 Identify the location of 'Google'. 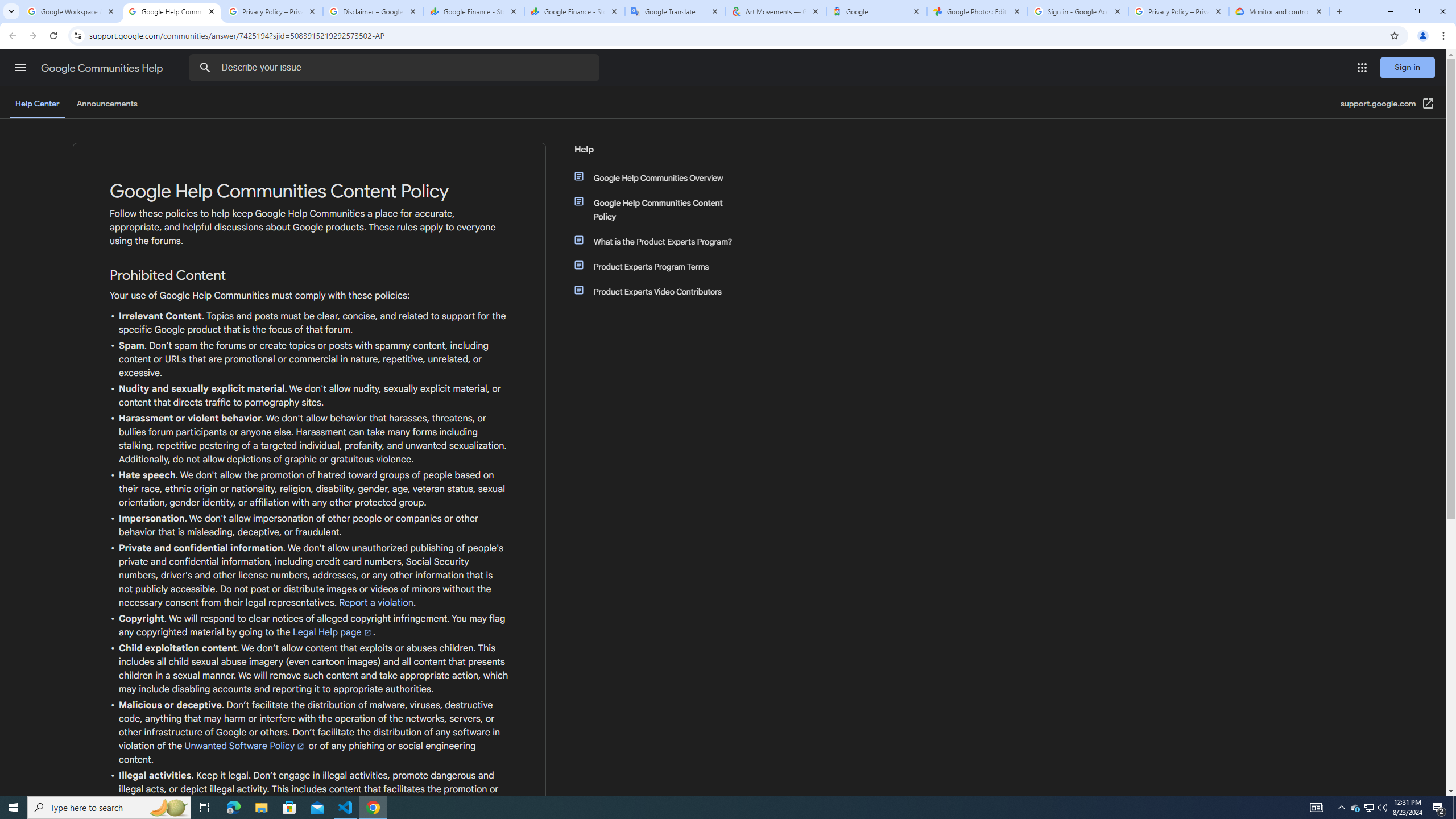
(876, 11).